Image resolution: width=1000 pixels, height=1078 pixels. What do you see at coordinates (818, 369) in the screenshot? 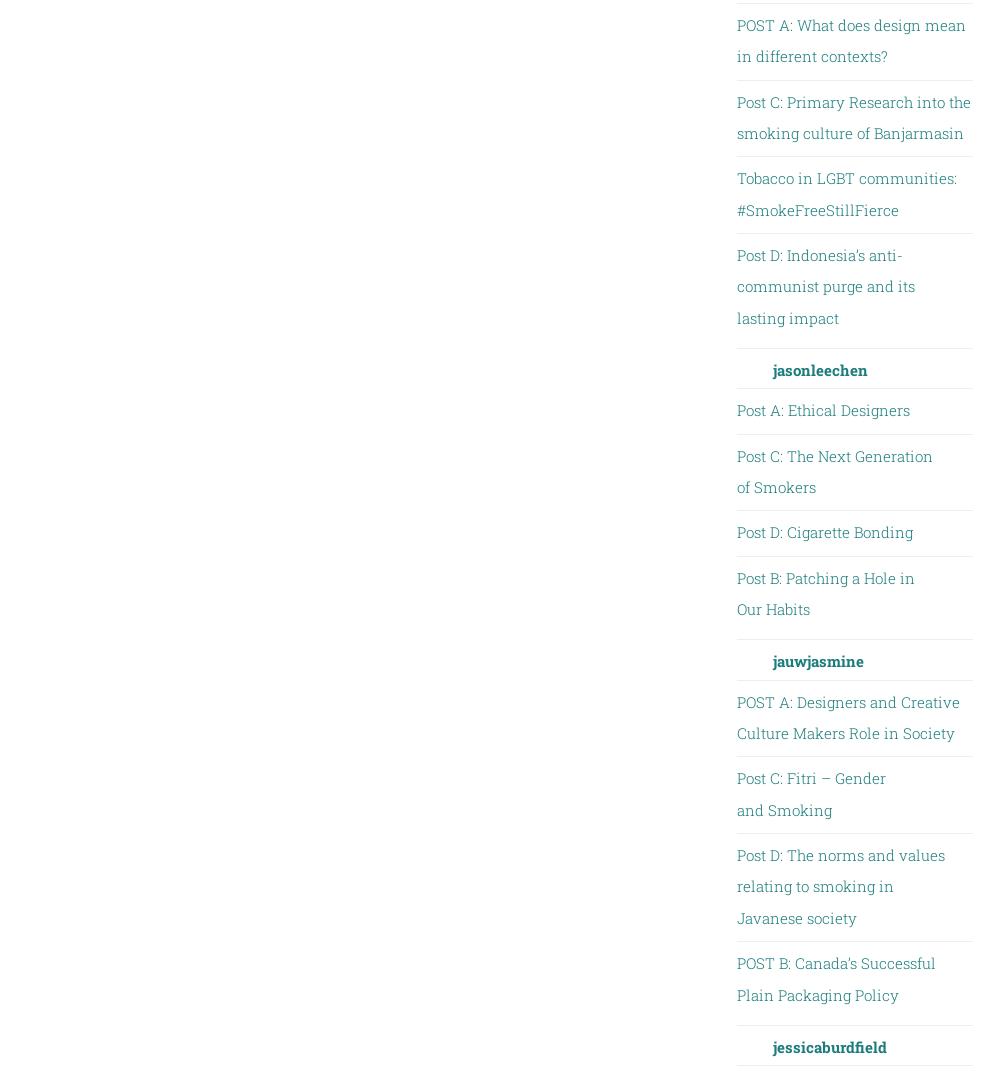
I see `'jasonleechen'` at bounding box center [818, 369].